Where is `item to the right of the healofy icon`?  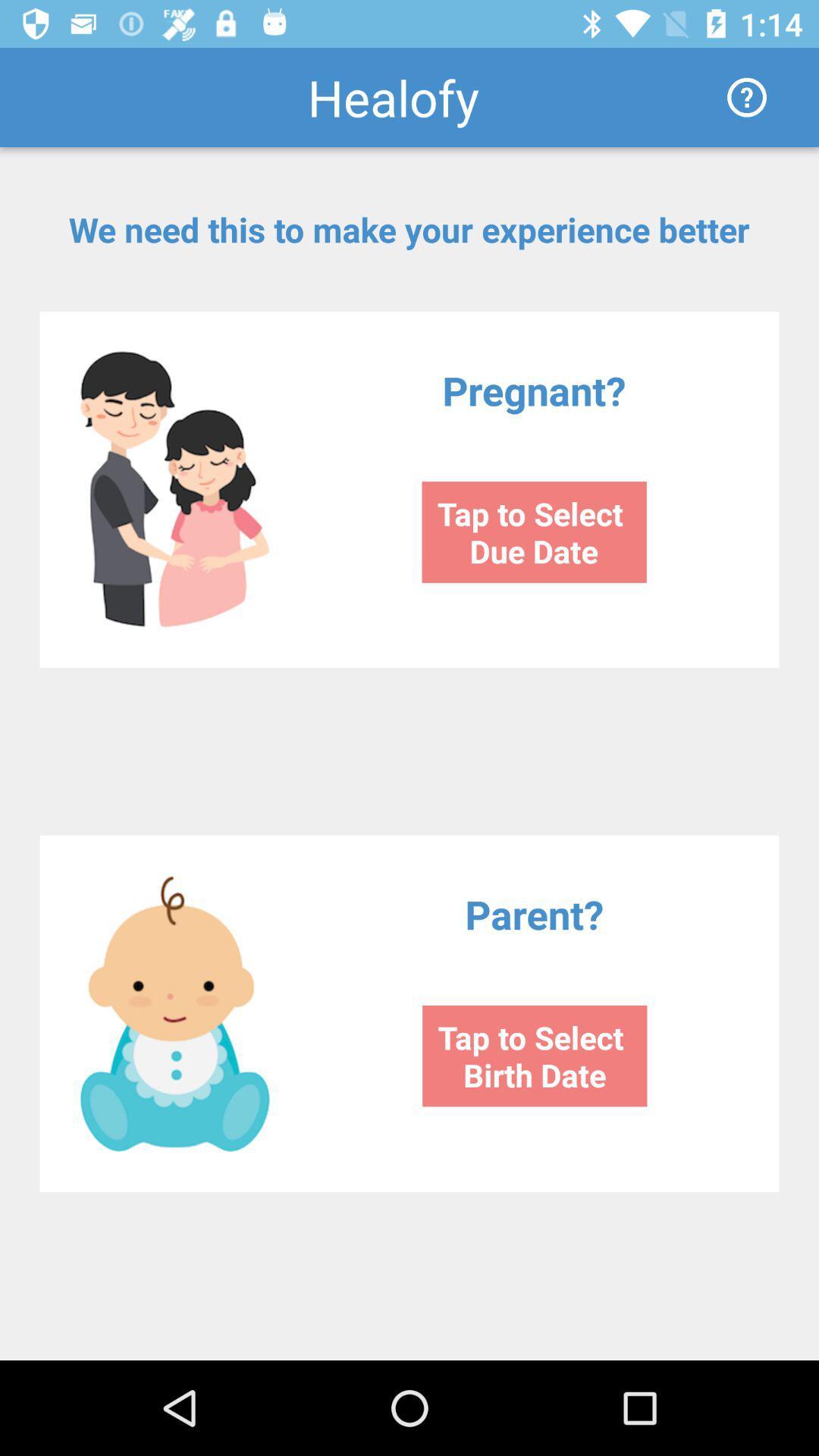 item to the right of the healofy icon is located at coordinates (746, 96).